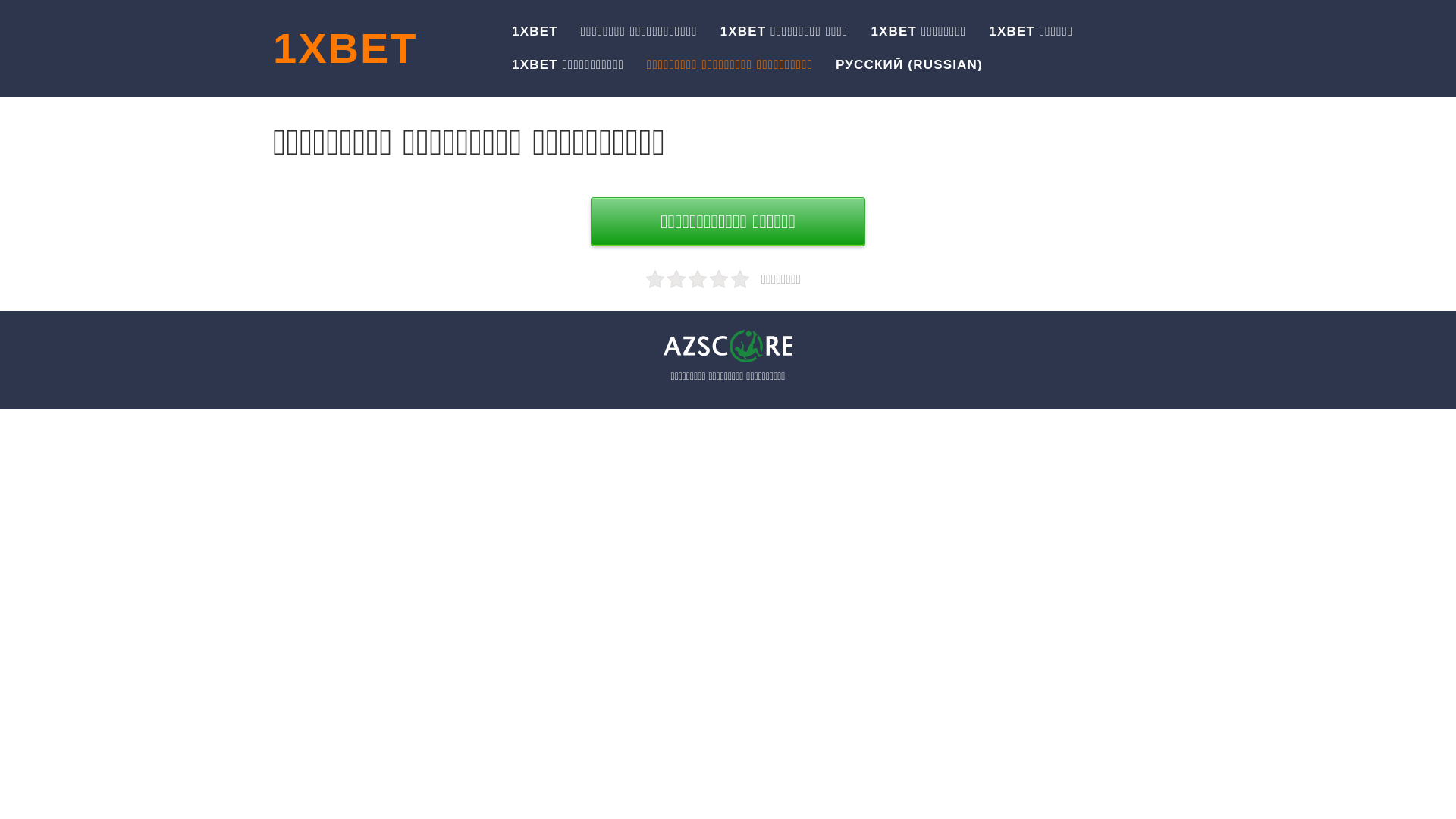  I want to click on 'Skip to content', so click(0, 0).